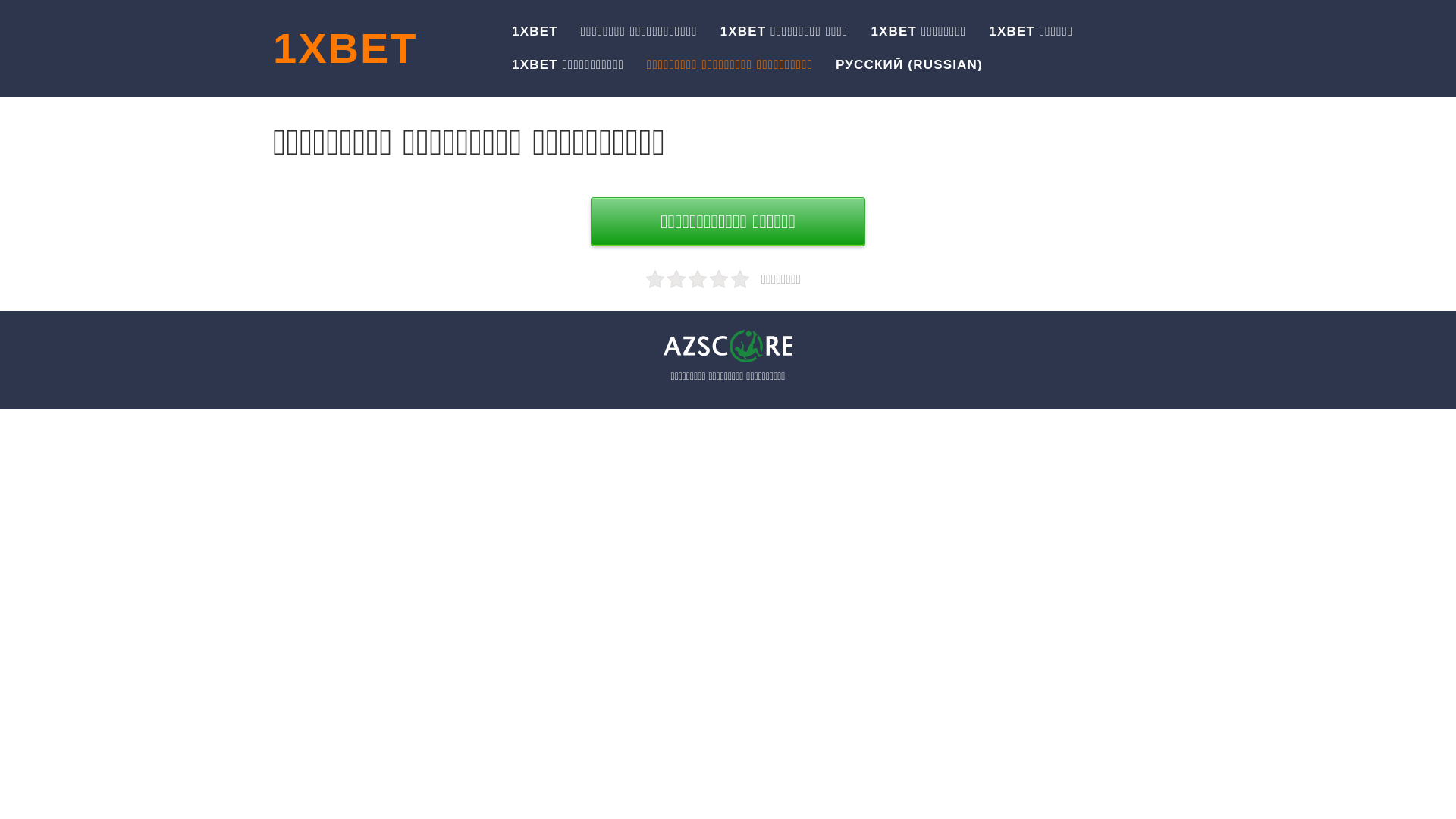  I want to click on 'Skip to content', so click(0, 0).